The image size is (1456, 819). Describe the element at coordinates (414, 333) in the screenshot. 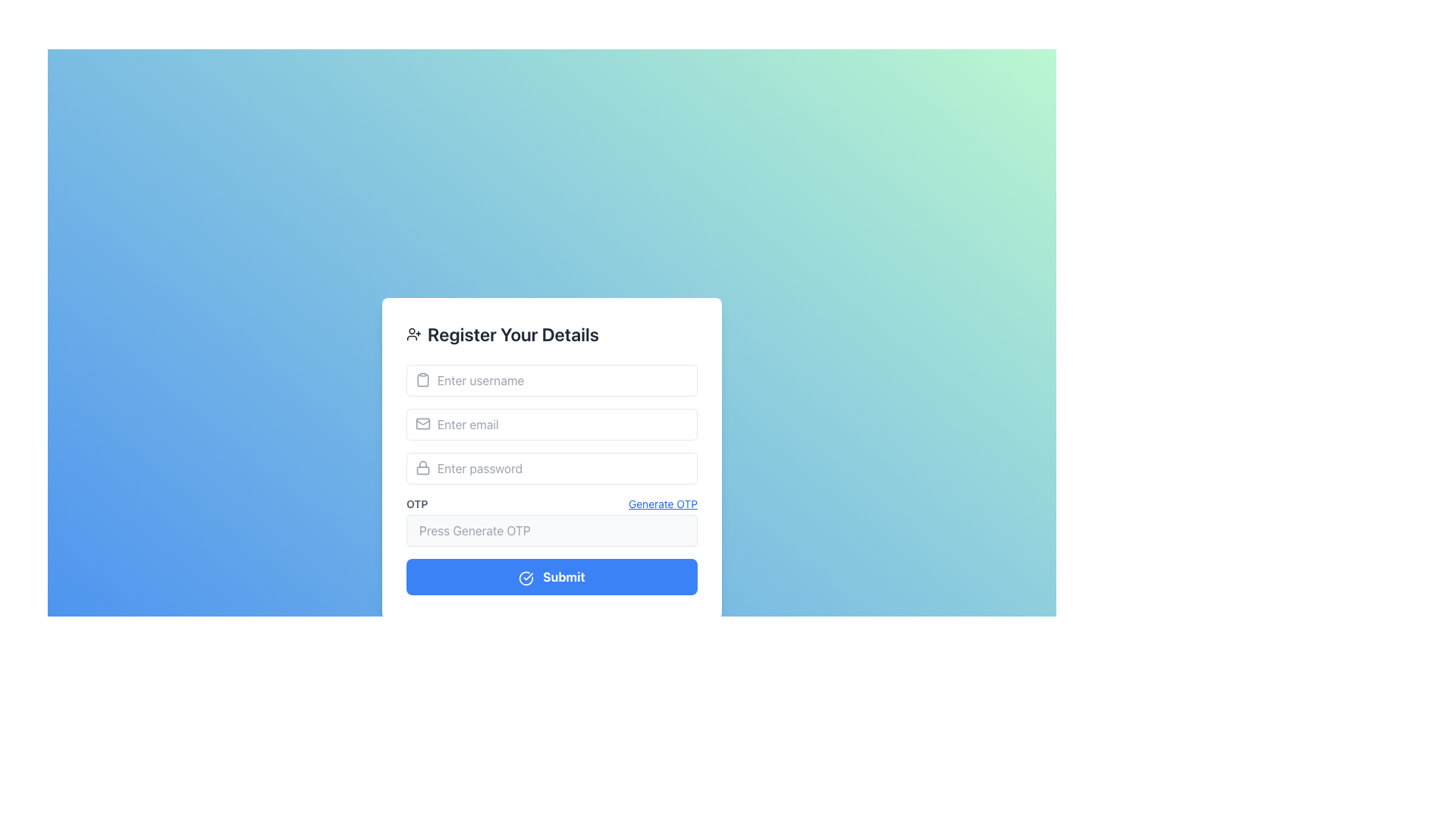

I see `the add-user icon resembling a user silhouette with a plus sign, located to the left of the text 'Register Your Details' in the registration form module` at that location.